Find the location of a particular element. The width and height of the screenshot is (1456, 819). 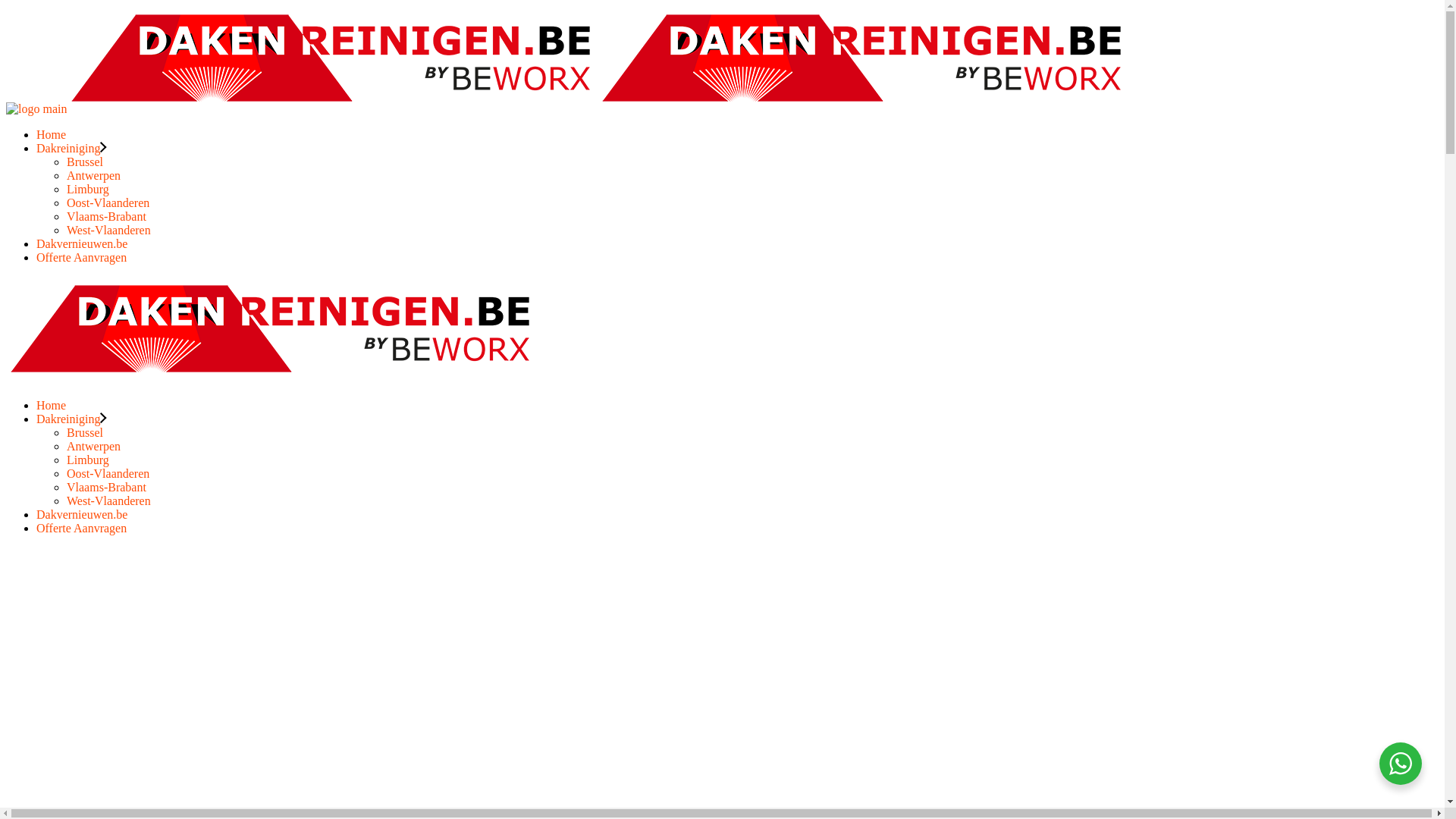

'Limburg' is located at coordinates (86, 188).